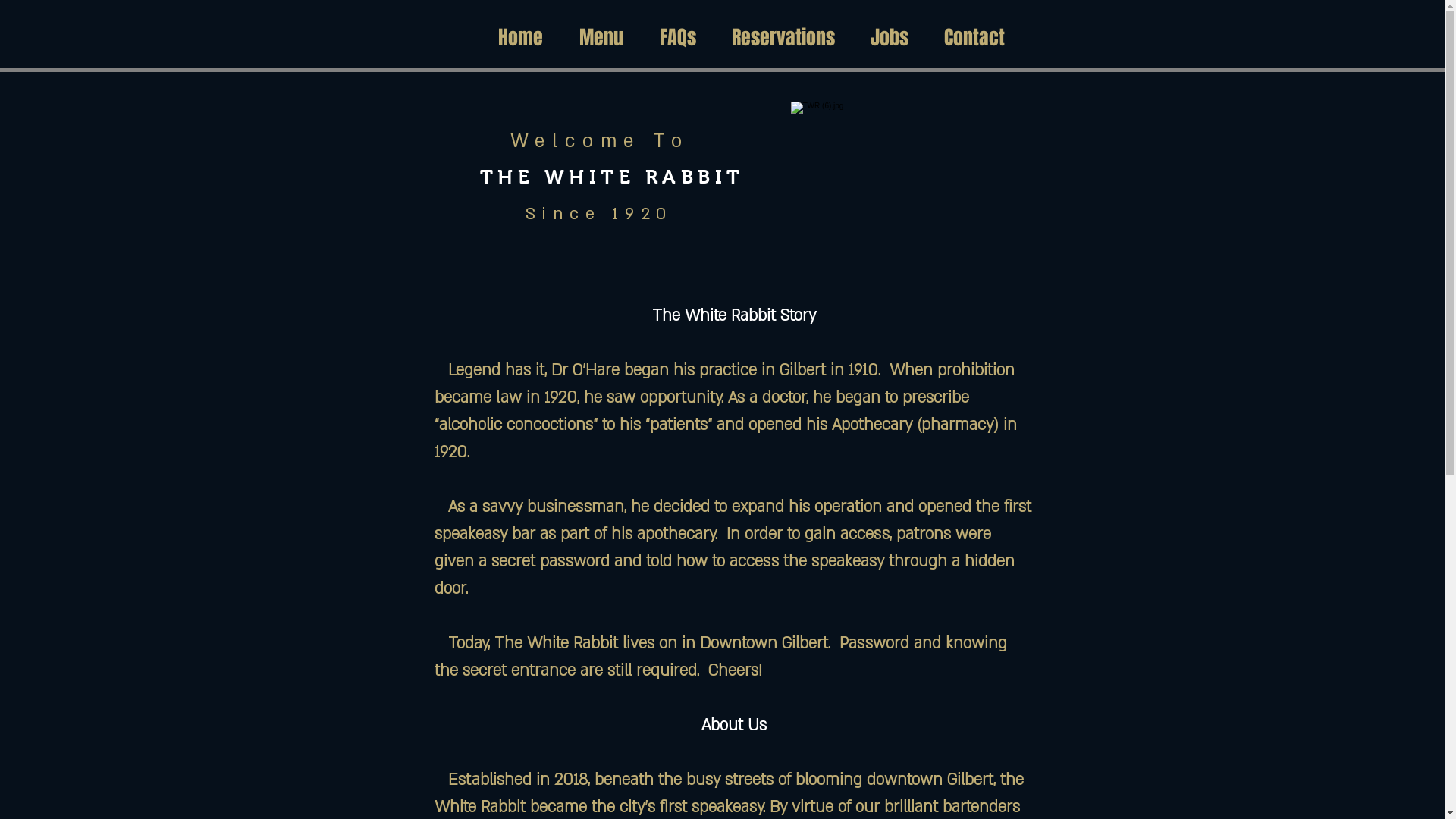 The width and height of the screenshot is (1456, 819). Describe the element at coordinates (676, 37) in the screenshot. I see `'FAQs'` at that location.